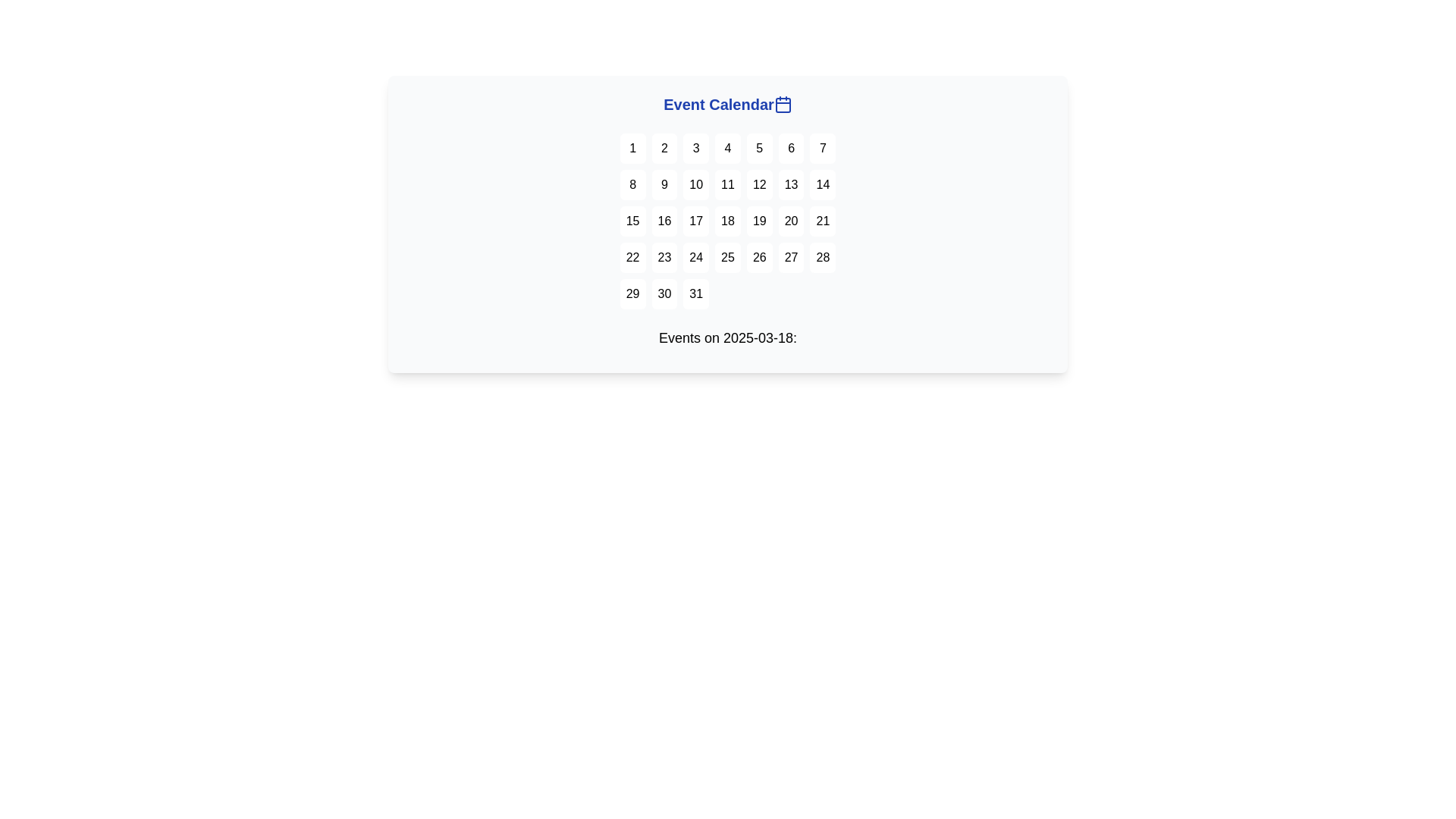 The image size is (1456, 819). I want to click on the 'Event Calendar' text label which is prominently displayed in a bold, large blue font at the top of the main content area, so click(717, 104).